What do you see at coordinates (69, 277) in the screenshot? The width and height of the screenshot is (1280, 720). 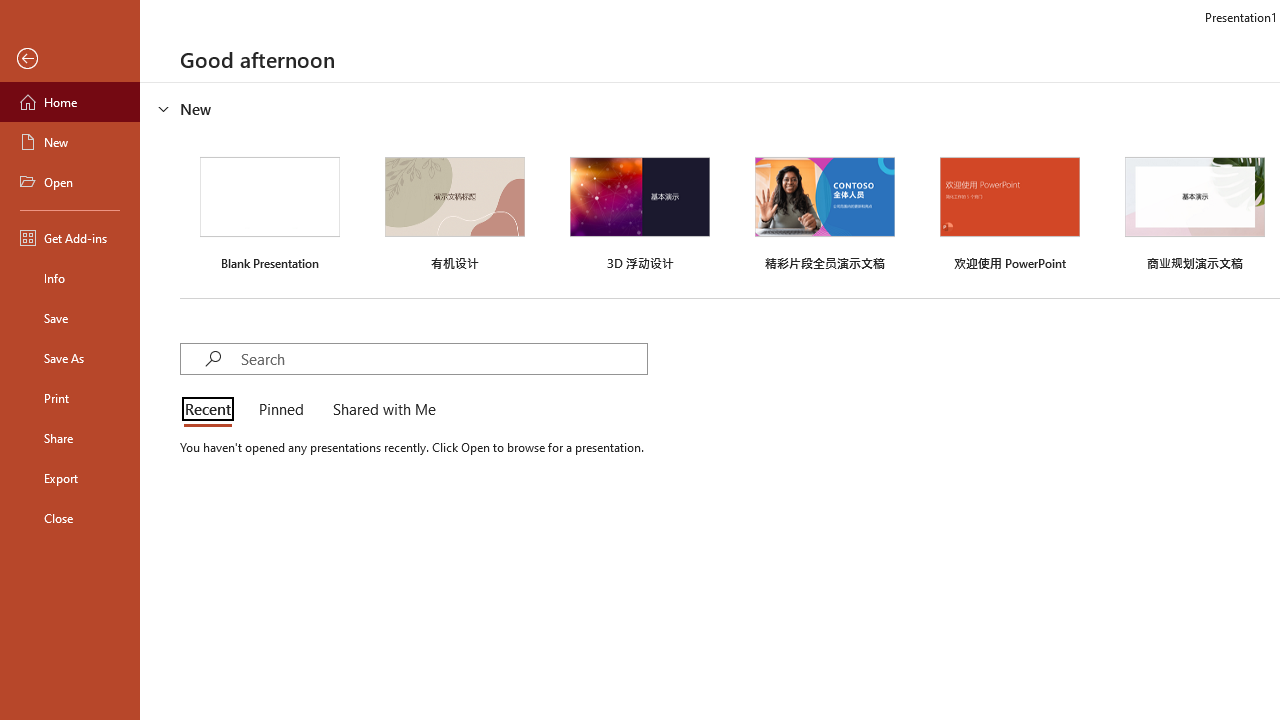 I see `'Info'` at bounding box center [69, 277].